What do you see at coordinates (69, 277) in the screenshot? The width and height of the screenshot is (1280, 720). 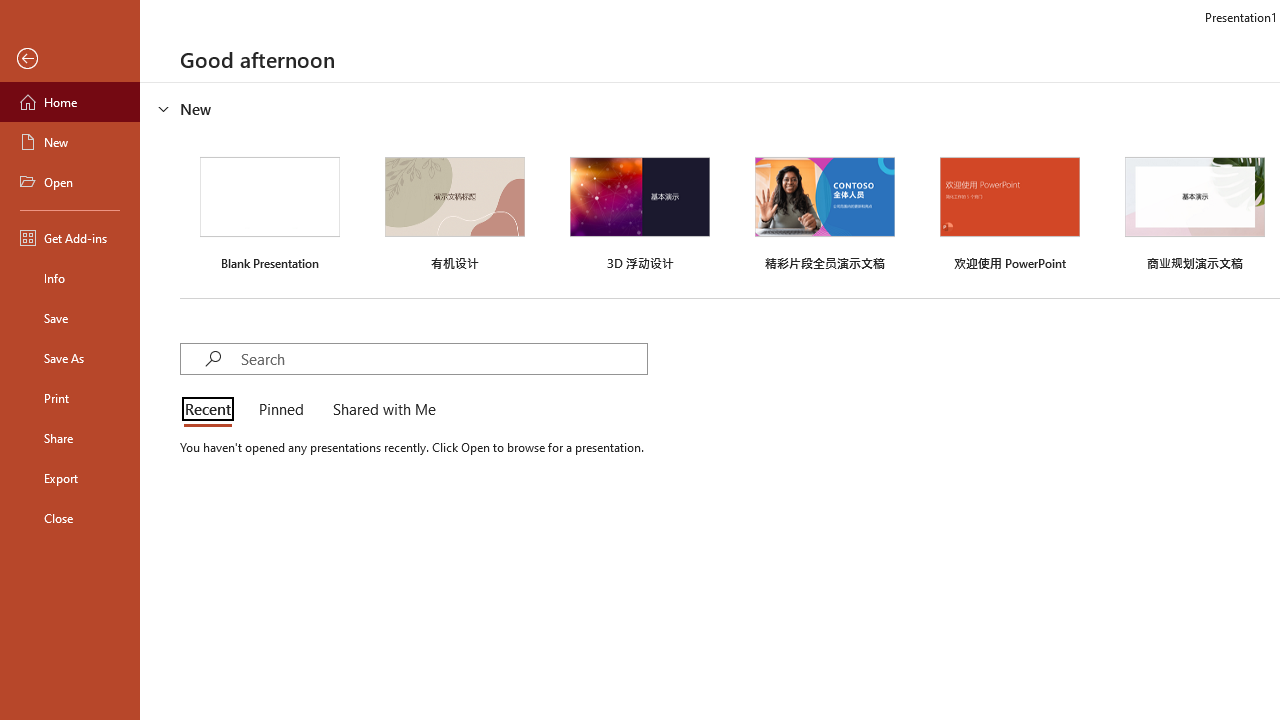 I see `'Info'` at bounding box center [69, 277].